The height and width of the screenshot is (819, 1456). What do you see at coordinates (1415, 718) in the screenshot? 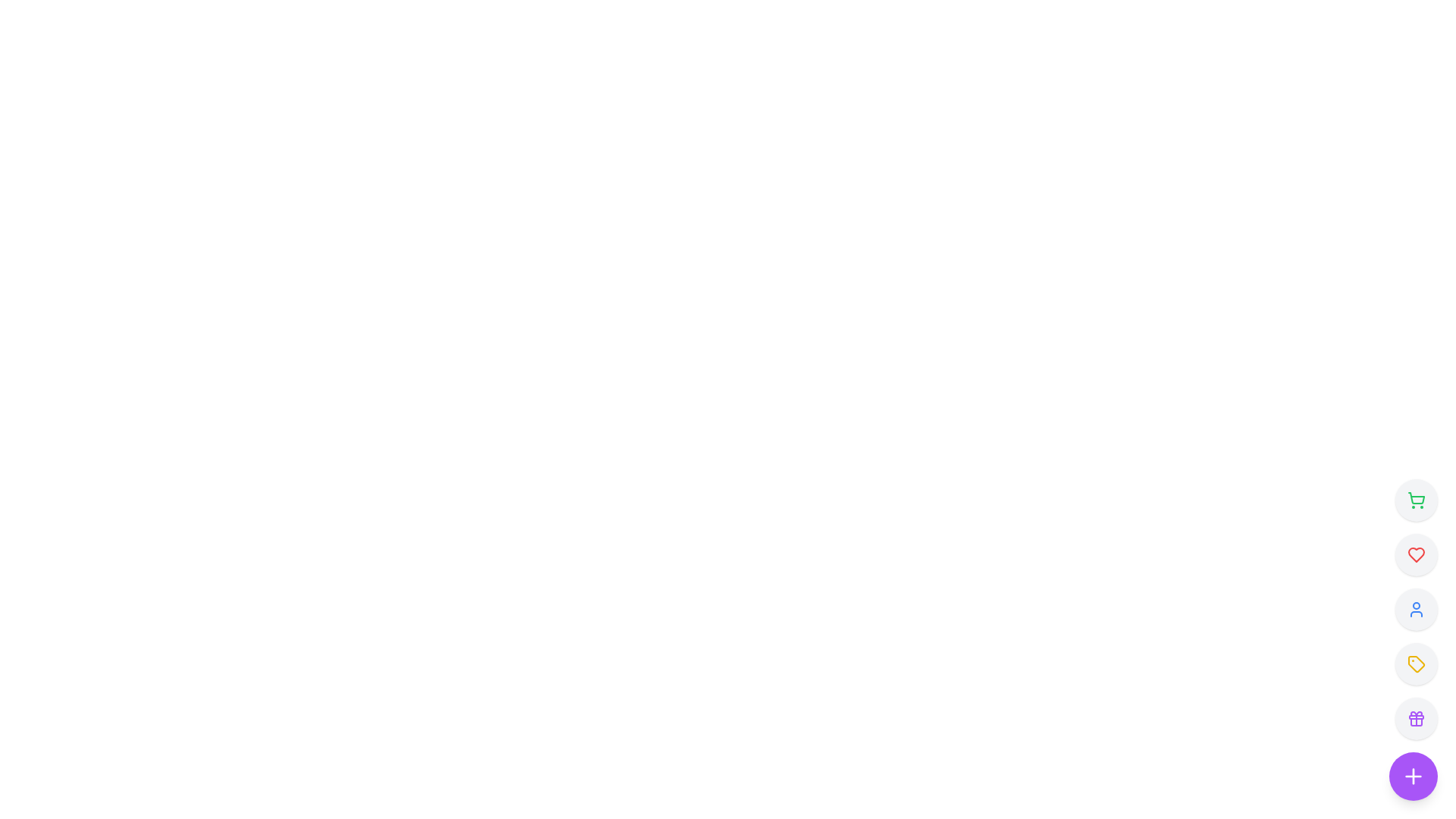
I see `the 'gift' icon button, the fifth circular button in a vertical stack on the right side` at bounding box center [1415, 718].